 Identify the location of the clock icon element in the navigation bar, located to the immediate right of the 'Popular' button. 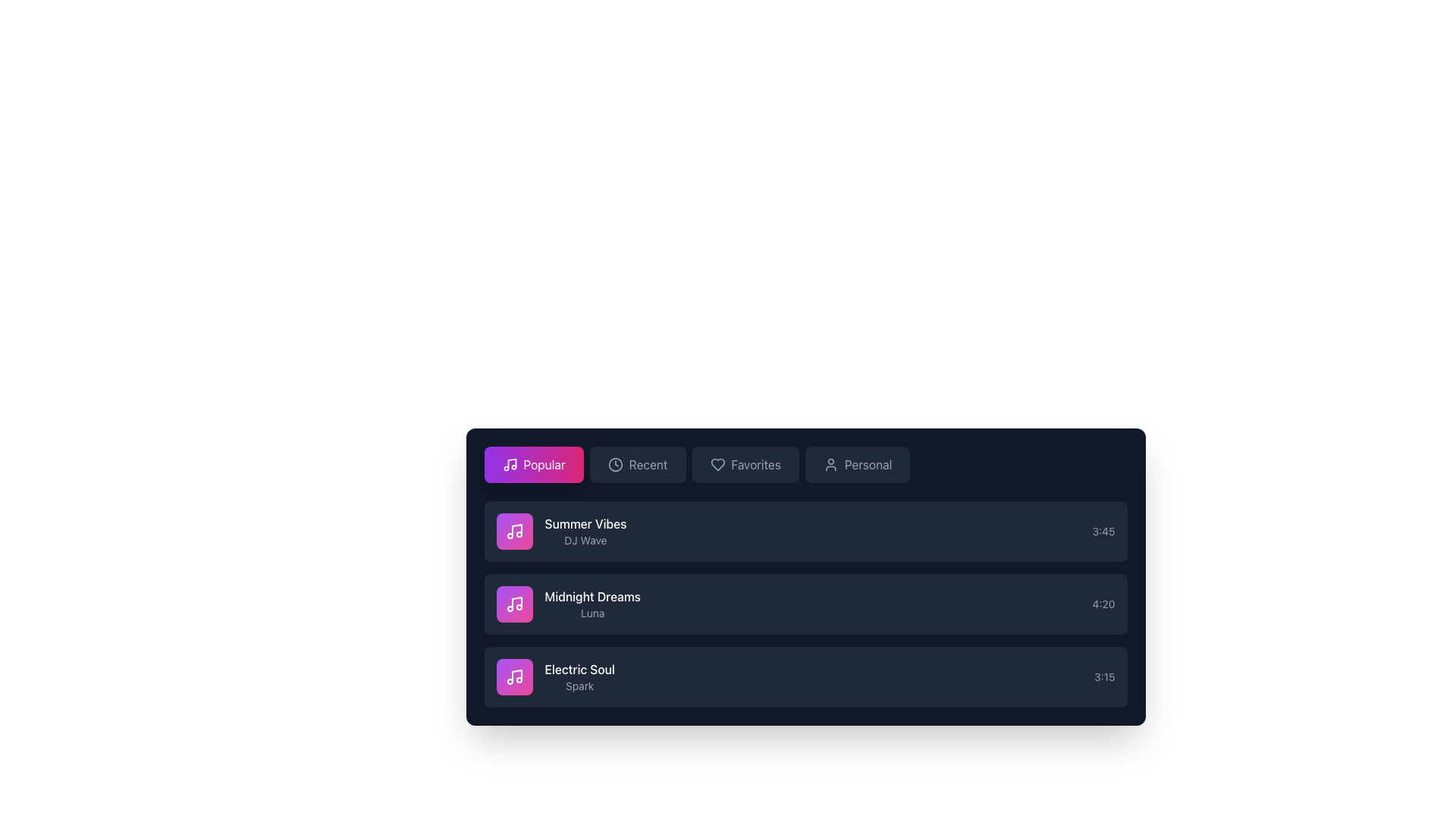
(615, 464).